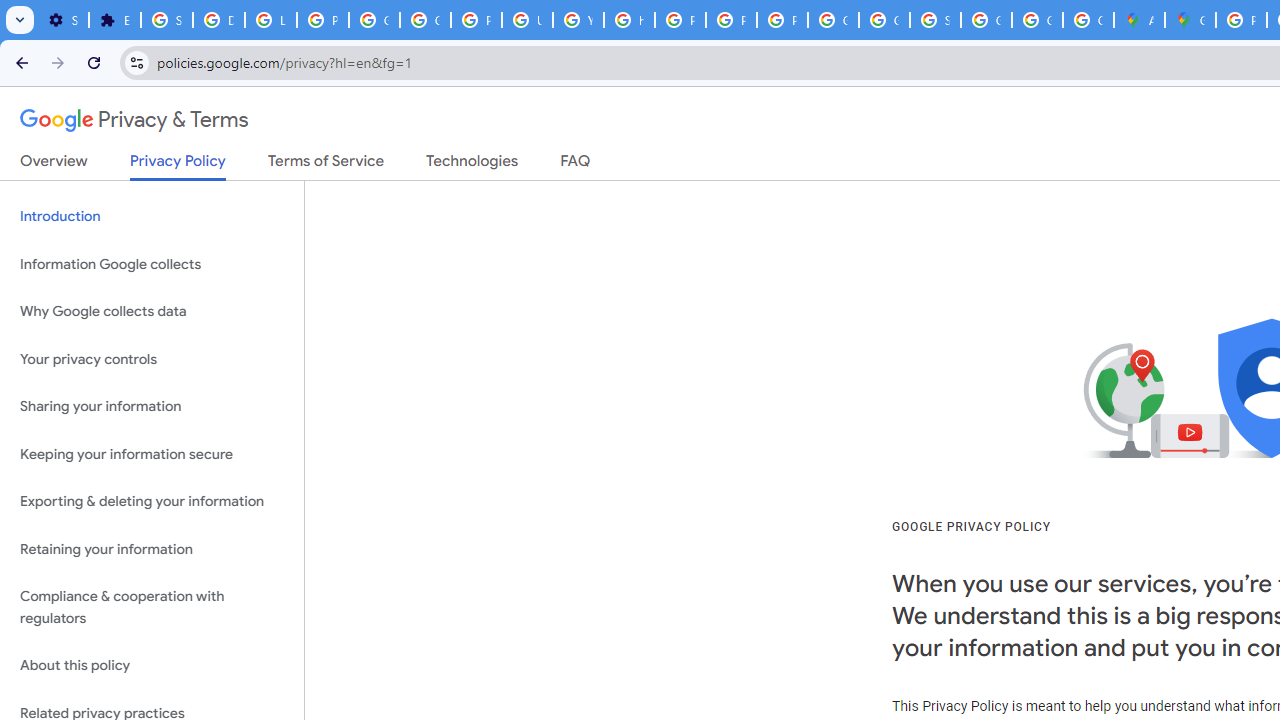 This screenshot has width=1280, height=720. What do you see at coordinates (63, 20) in the screenshot?
I see `'Settings - On startup'` at bounding box center [63, 20].